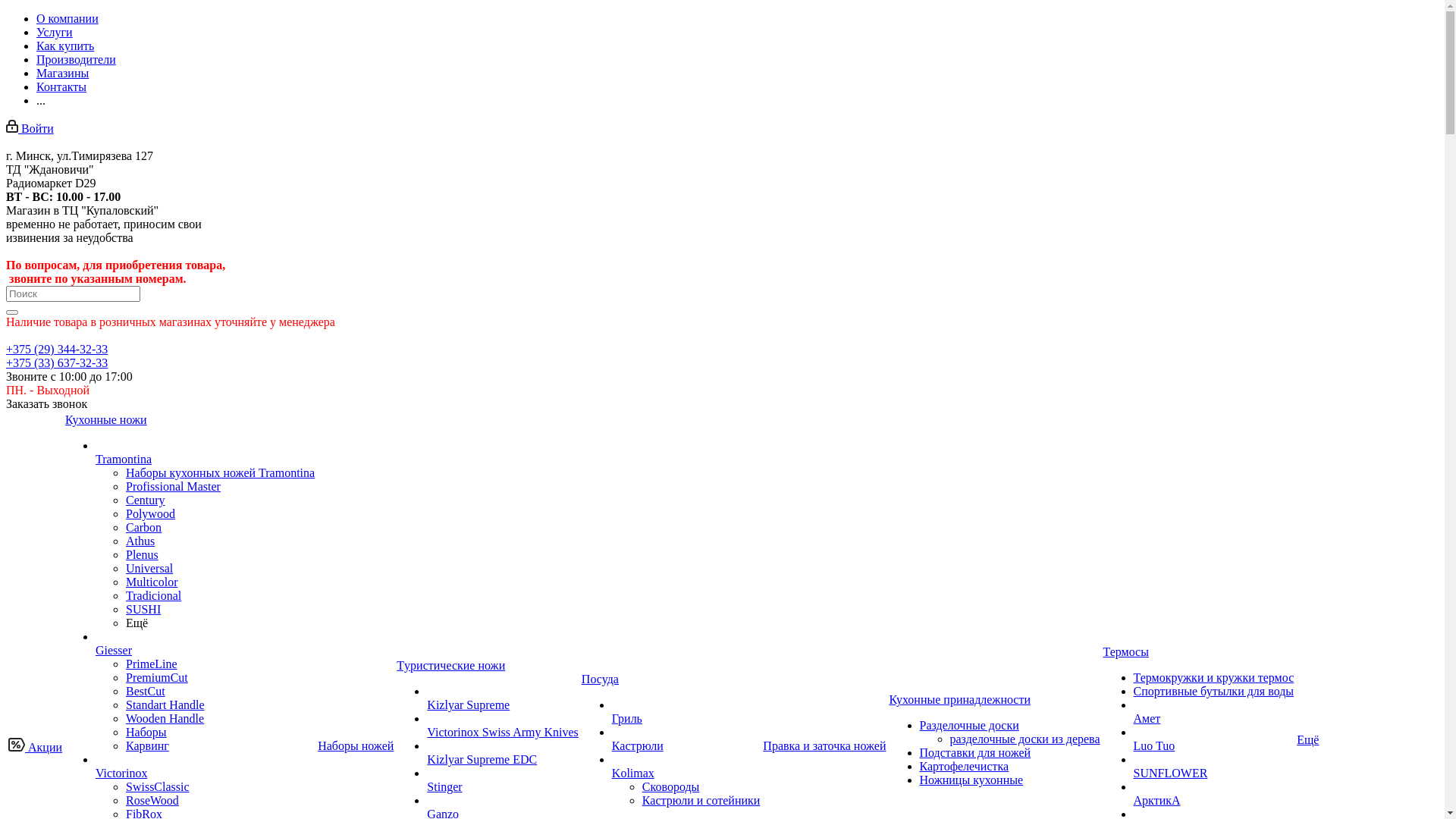  Describe the element at coordinates (1133, 763) in the screenshot. I see `'SUNFLOWER'` at that location.